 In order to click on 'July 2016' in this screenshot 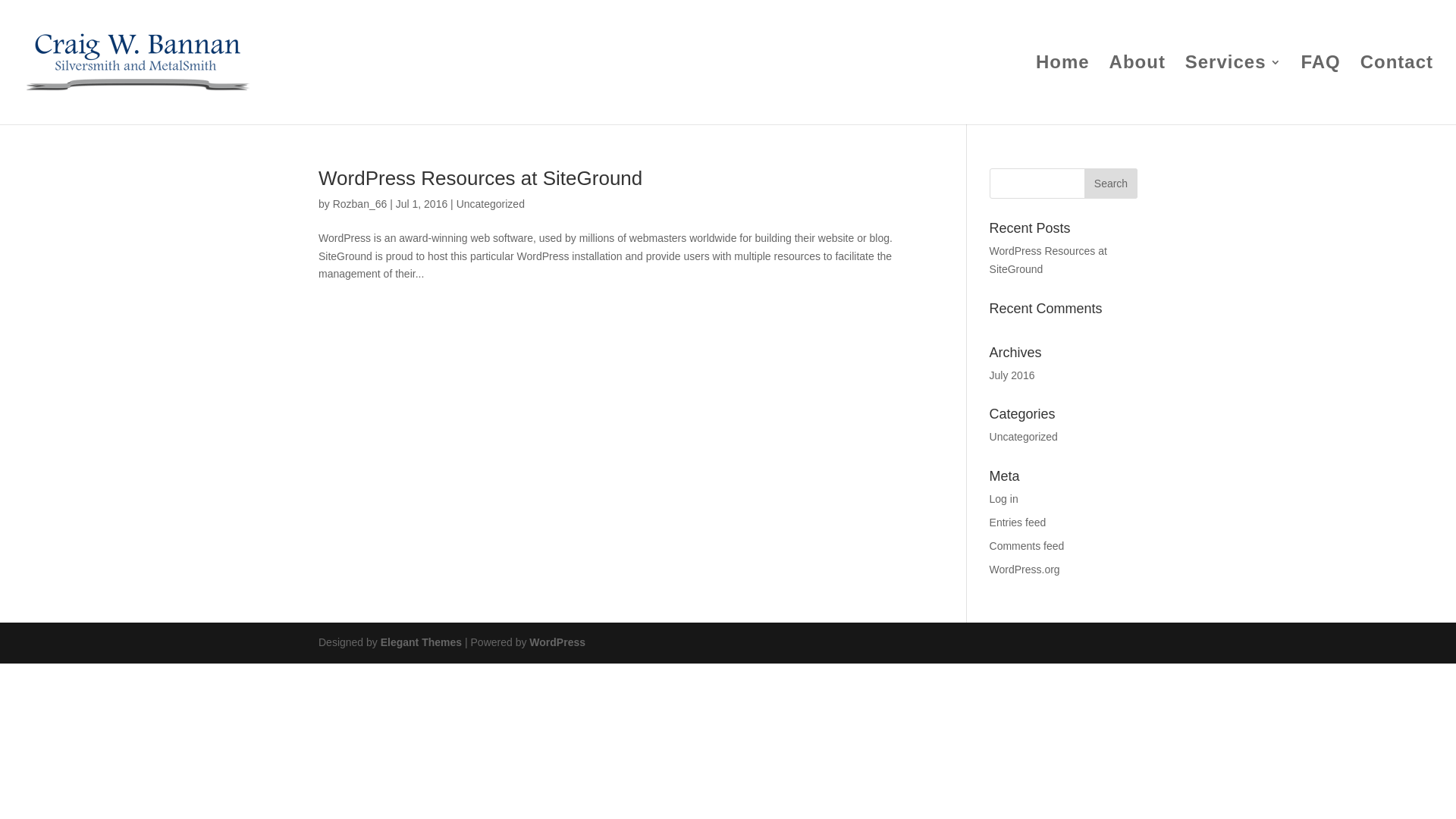, I will do `click(990, 375)`.